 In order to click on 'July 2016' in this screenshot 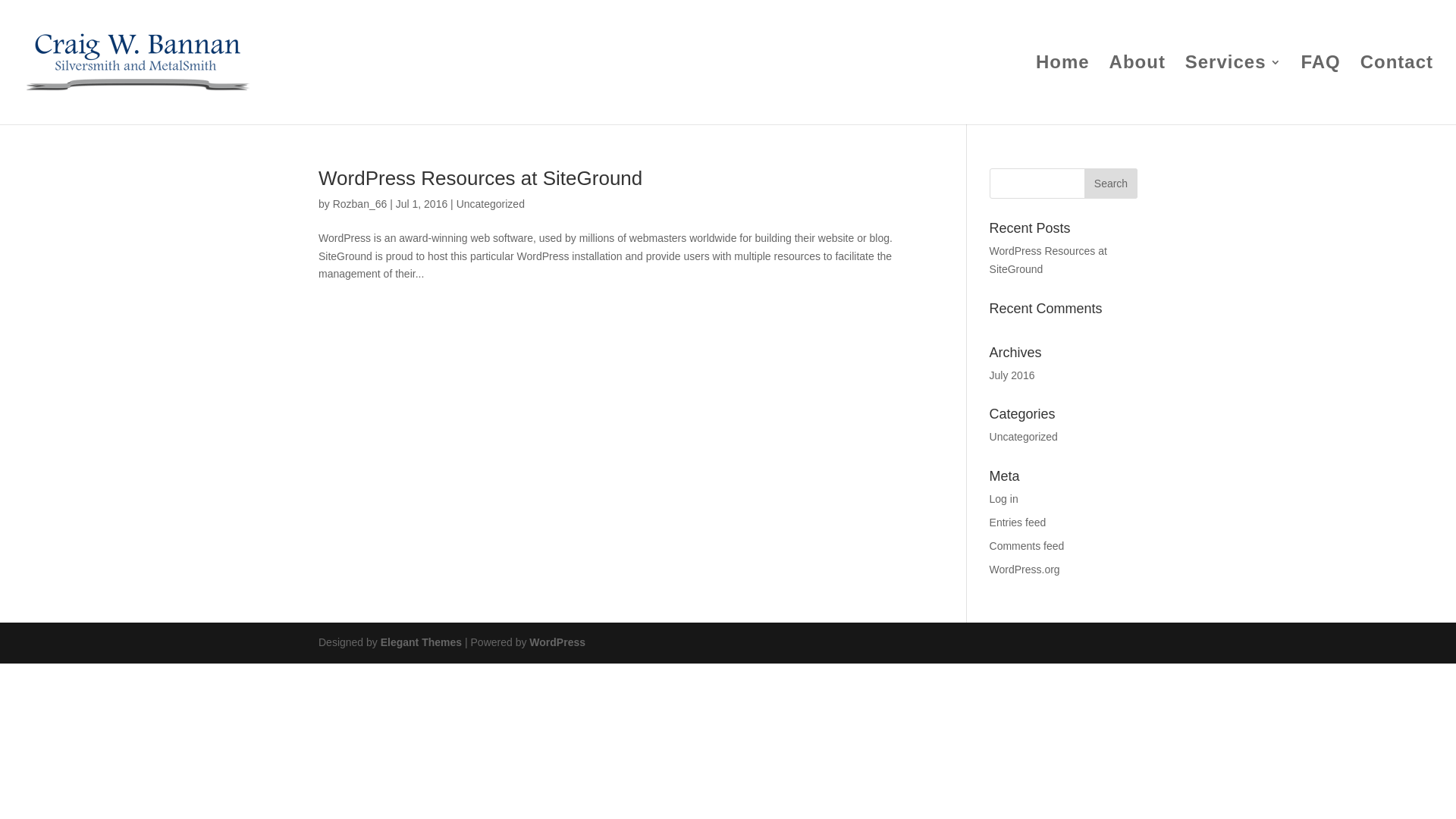, I will do `click(990, 375)`.